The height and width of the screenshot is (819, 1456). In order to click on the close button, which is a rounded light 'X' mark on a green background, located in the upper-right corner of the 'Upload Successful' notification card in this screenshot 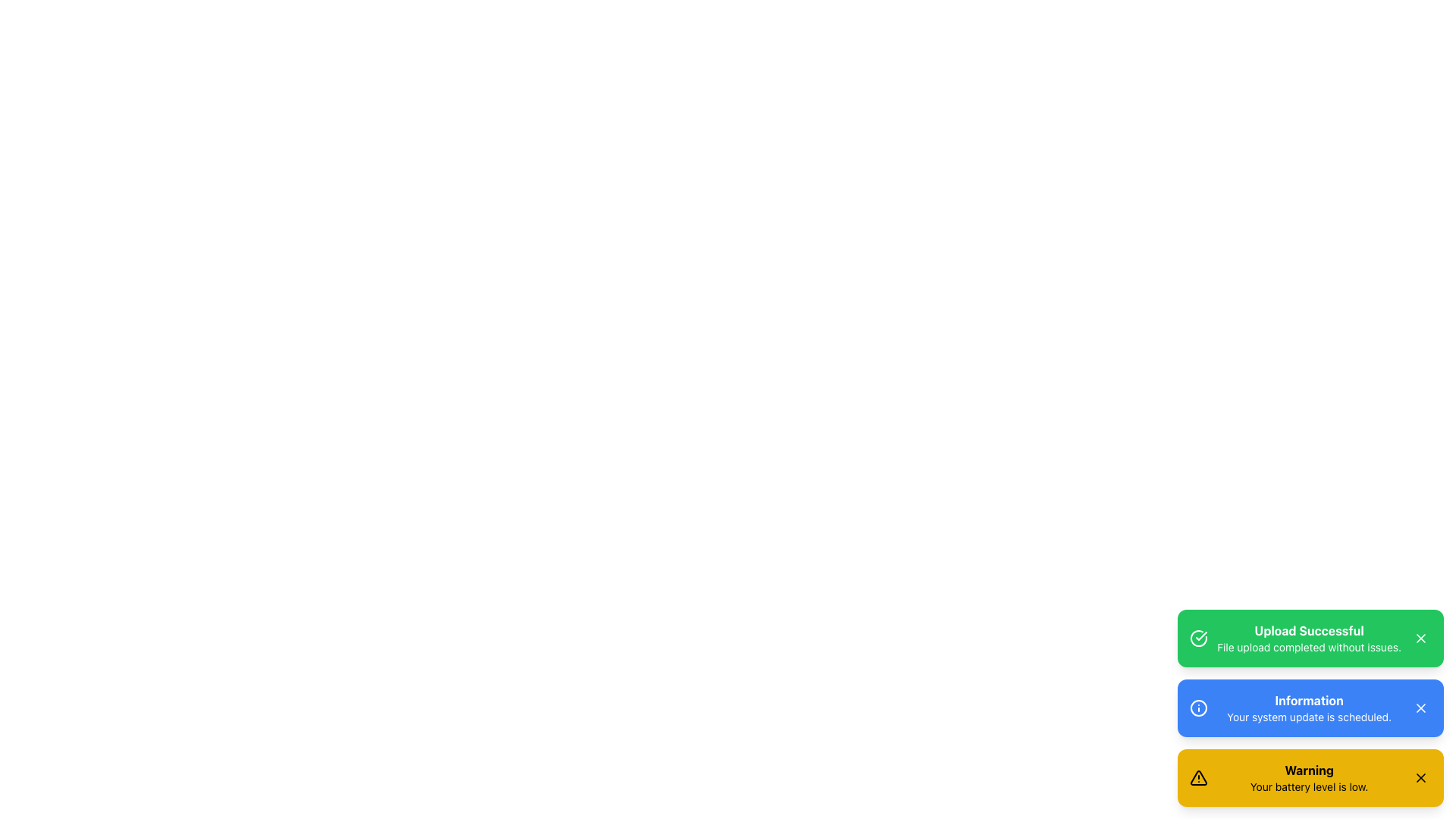, I will do `click(1420, 638)`.